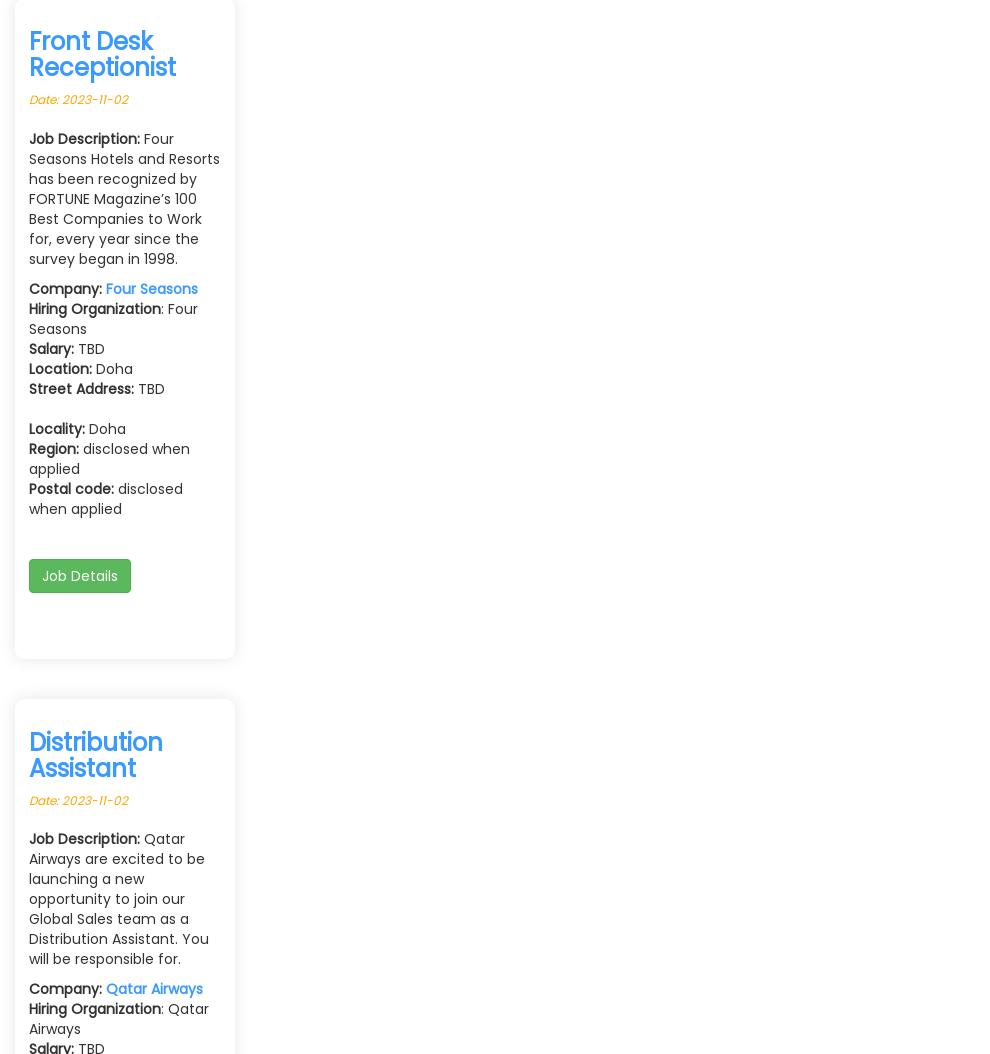 The image size is (990, 1054). I want to click on 'Salary:', so click(28, 348).